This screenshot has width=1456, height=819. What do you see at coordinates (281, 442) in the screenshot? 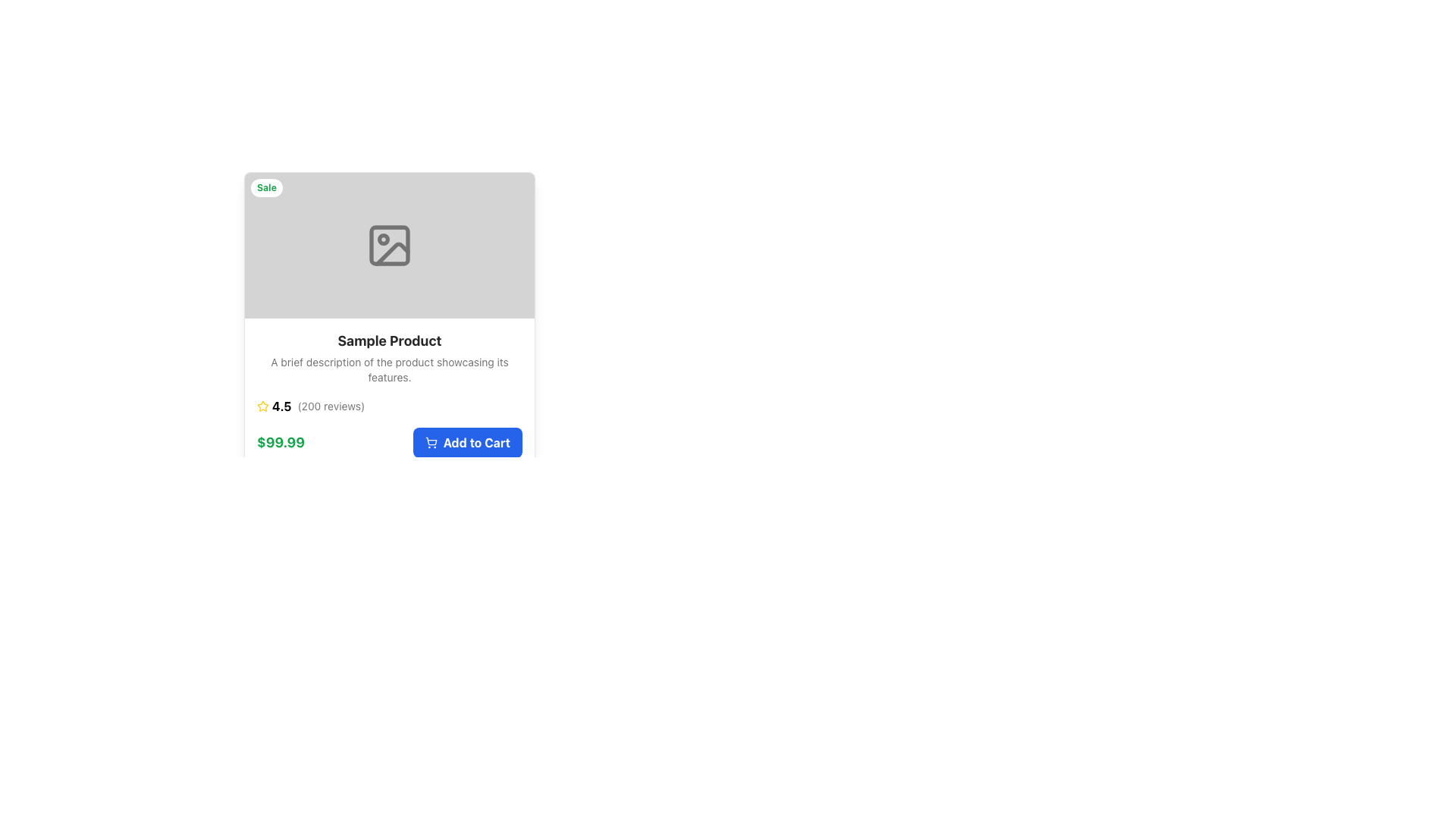
I see `the Text Label that indicates the price of the product, which is located to the left of the 'Add to Cart' button` at bounding box center [281, 442].